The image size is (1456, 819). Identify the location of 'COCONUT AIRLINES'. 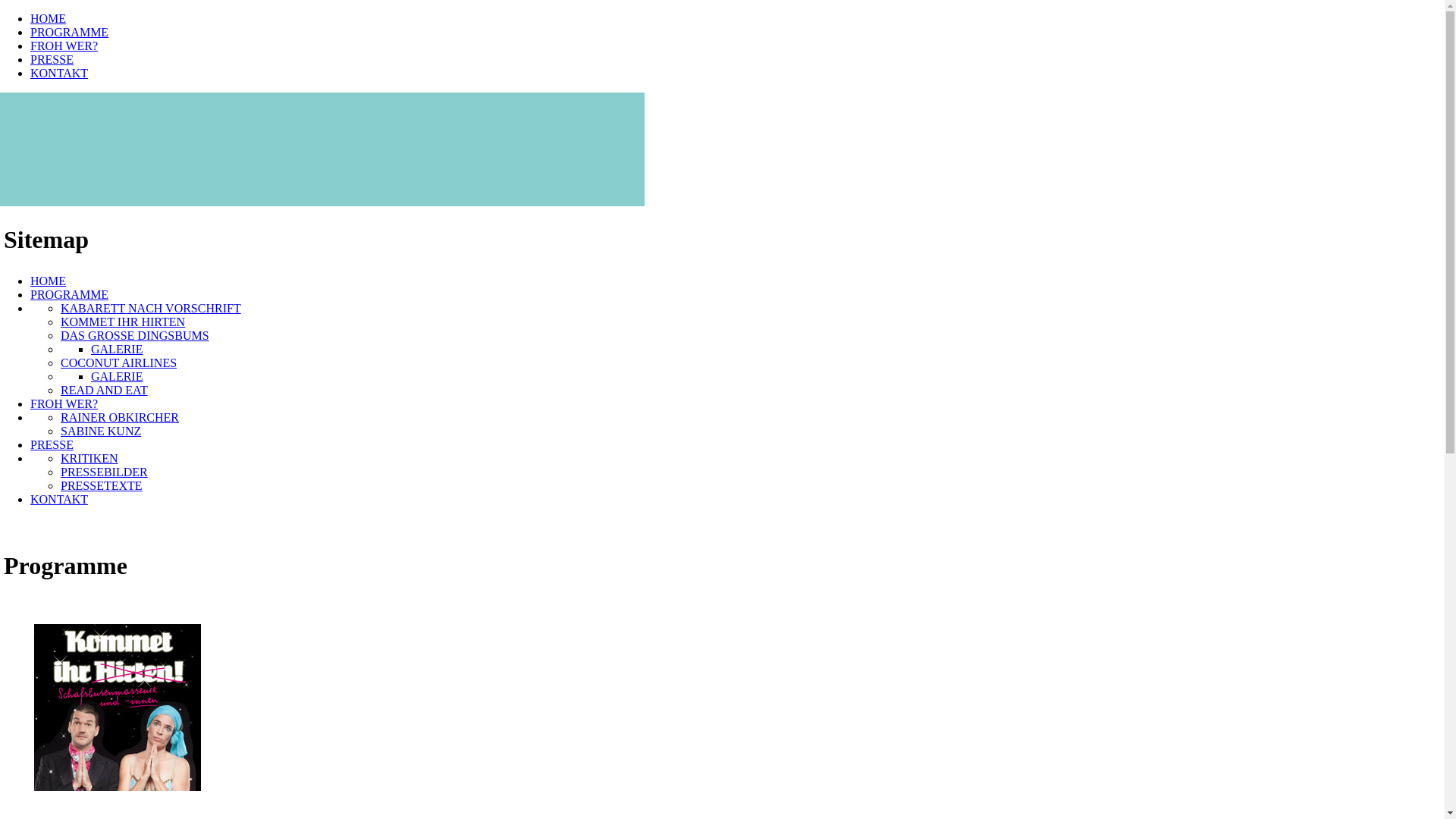
(118, 362).